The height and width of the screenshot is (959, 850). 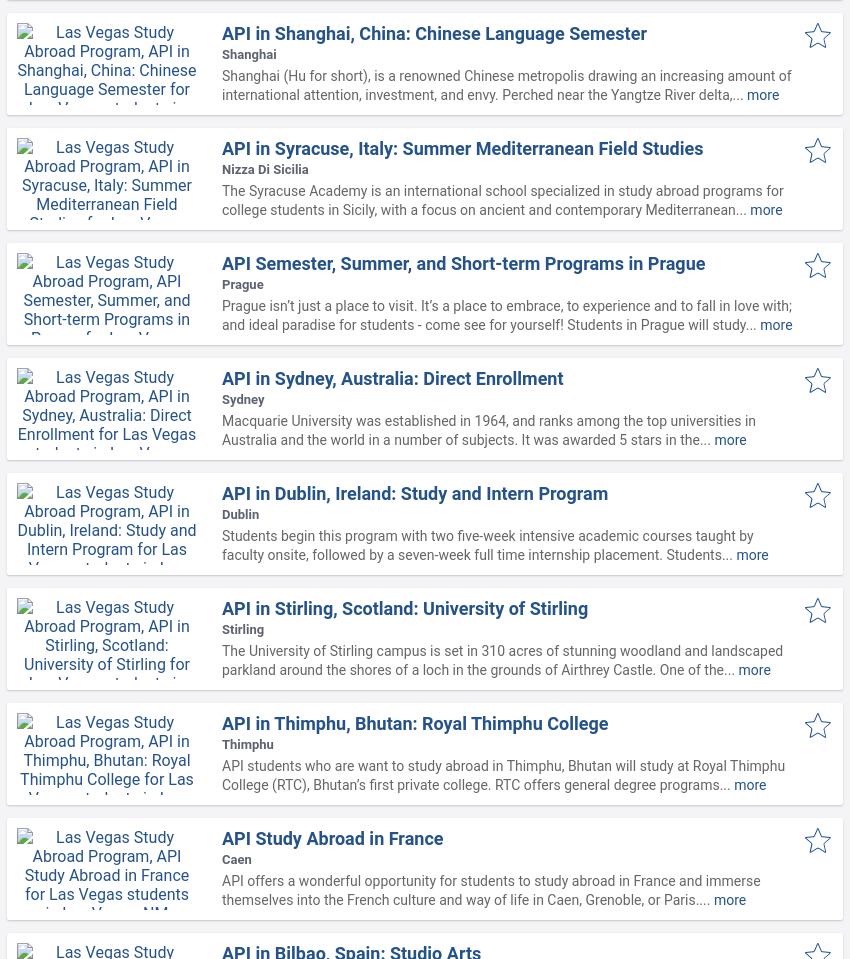 I want to click on 'Nizza Di Sicilia', so click(x=264, y=168).